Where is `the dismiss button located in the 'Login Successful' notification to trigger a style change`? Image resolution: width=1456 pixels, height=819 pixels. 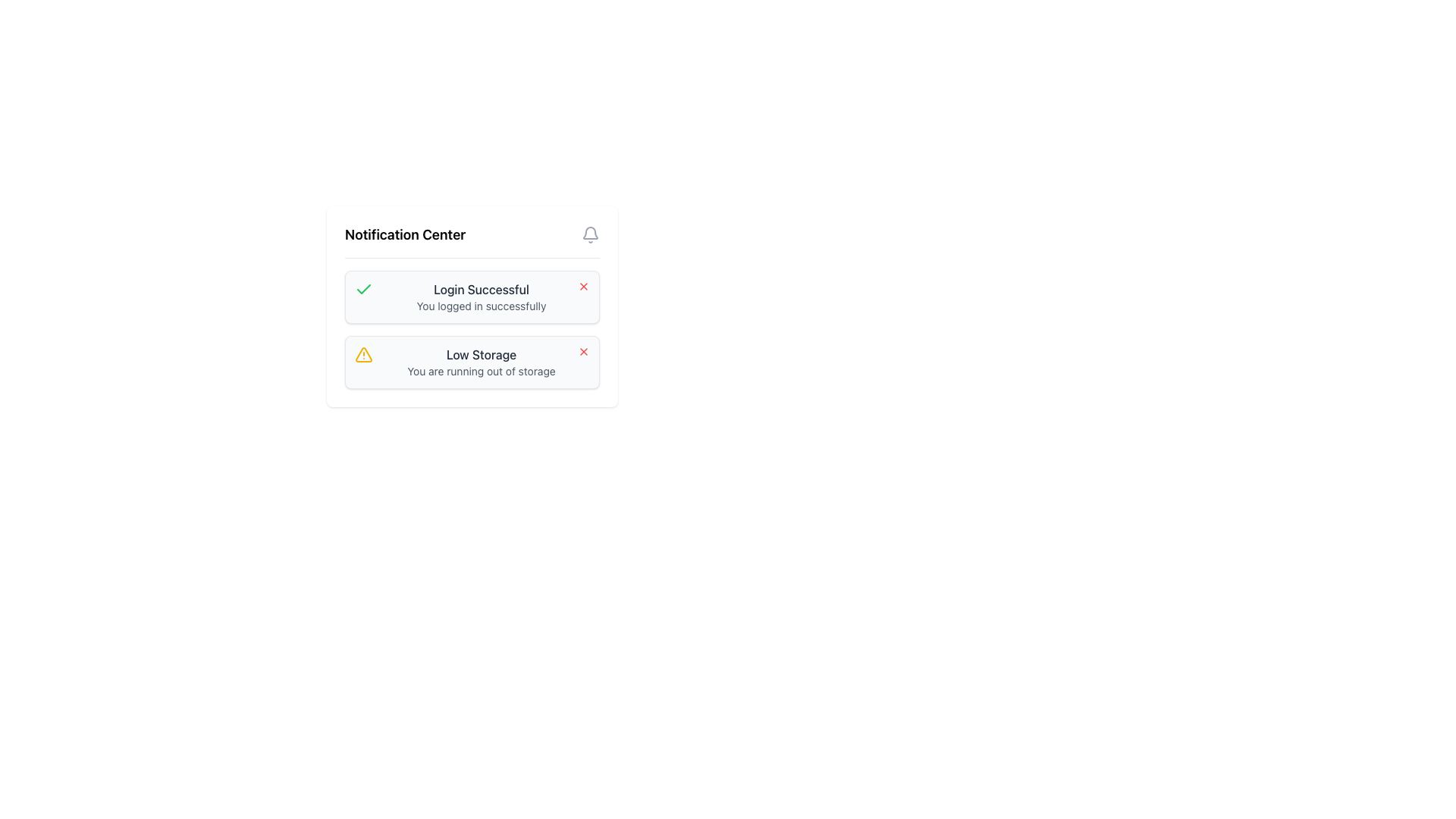 the dismiss button located in the 'Login Successful' notification to trigger a style change is located at coordinates (582, 287).